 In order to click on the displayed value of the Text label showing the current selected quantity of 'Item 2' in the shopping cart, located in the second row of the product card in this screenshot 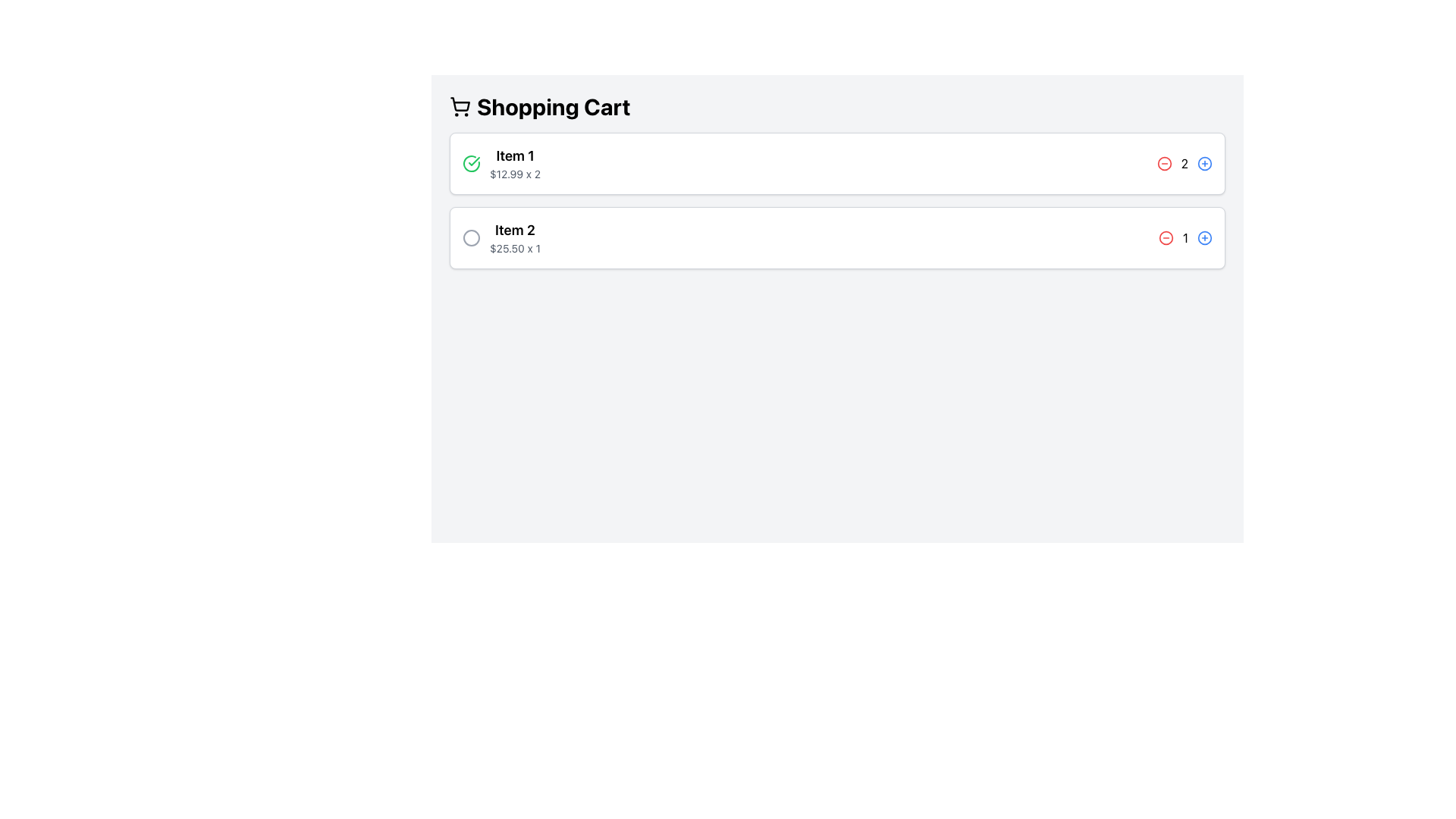, I will do `click(1185, 237)`.